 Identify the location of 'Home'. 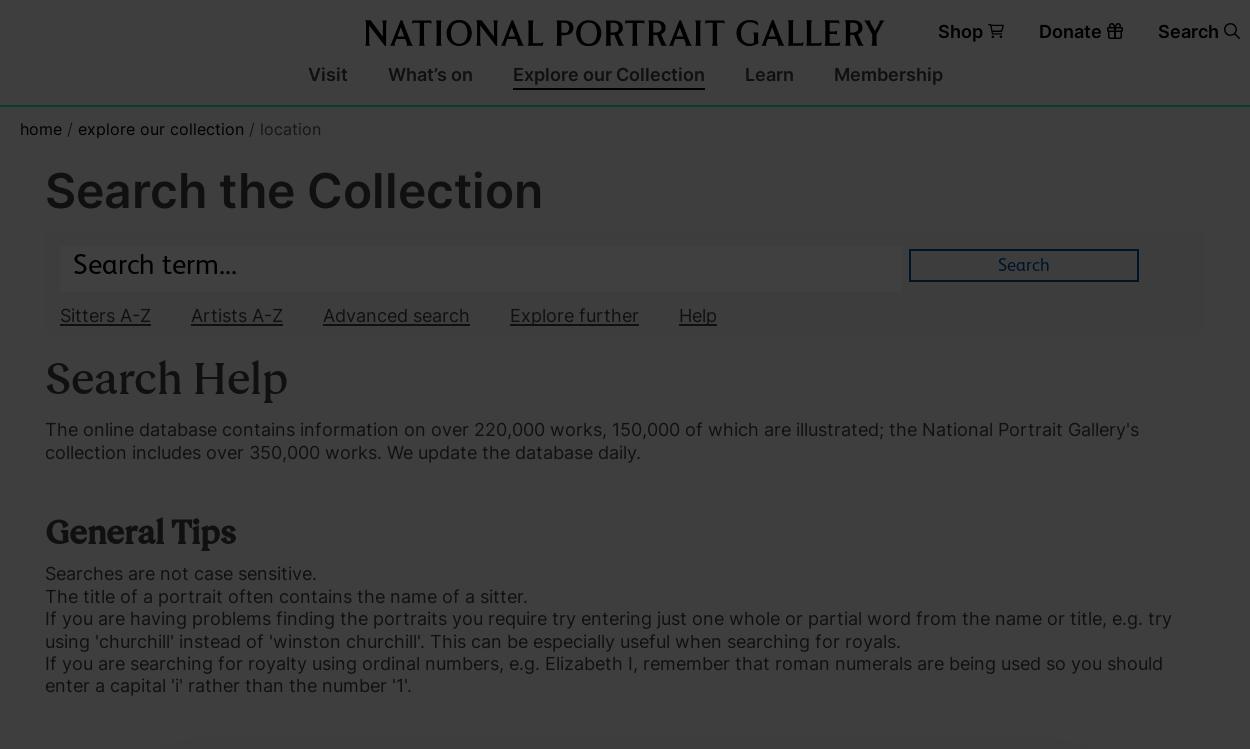
(41, 128).